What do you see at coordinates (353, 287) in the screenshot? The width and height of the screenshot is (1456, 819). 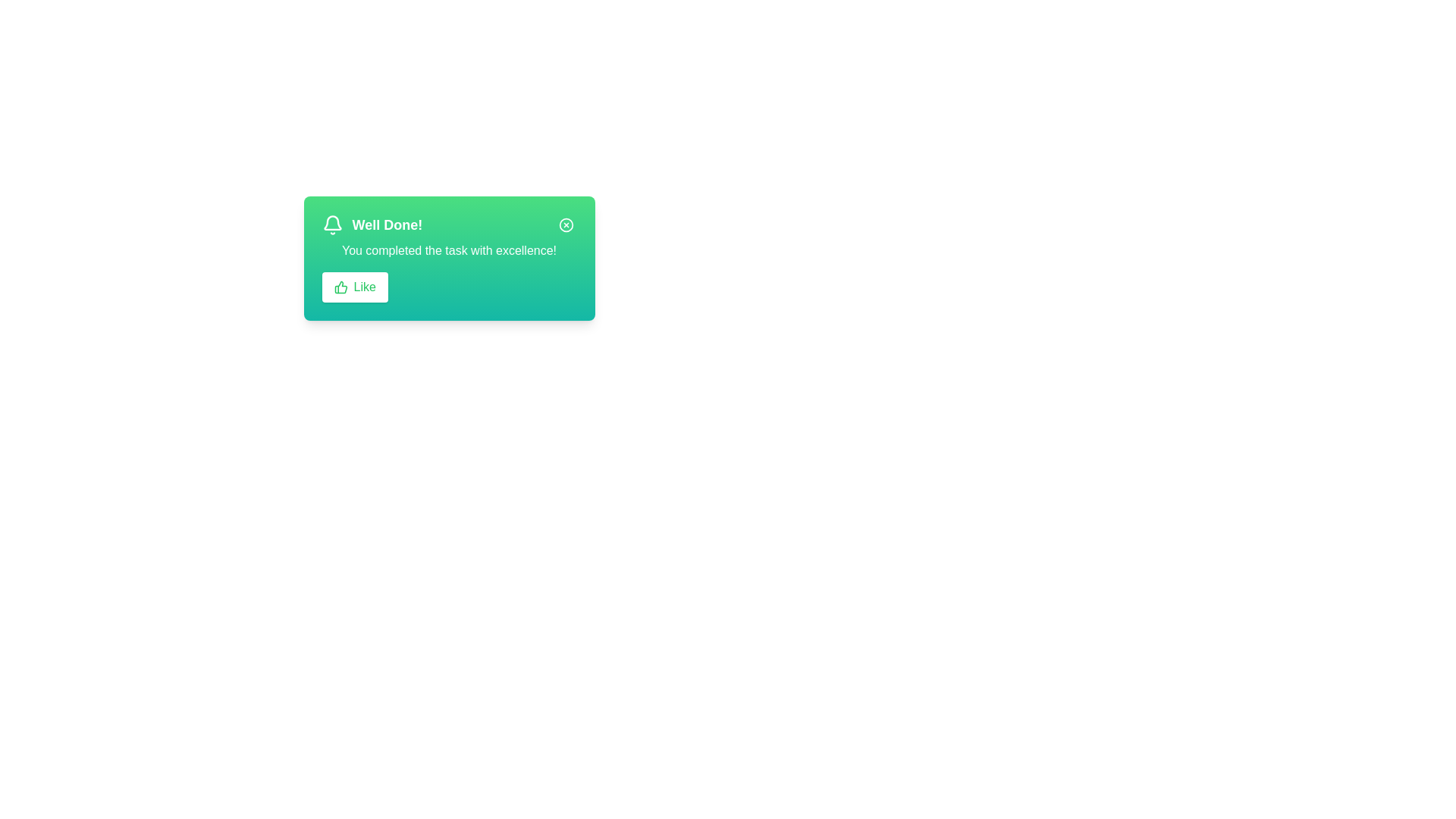 I see `the 'Like' button to trigger the like action` at bounding box center [353, 287].